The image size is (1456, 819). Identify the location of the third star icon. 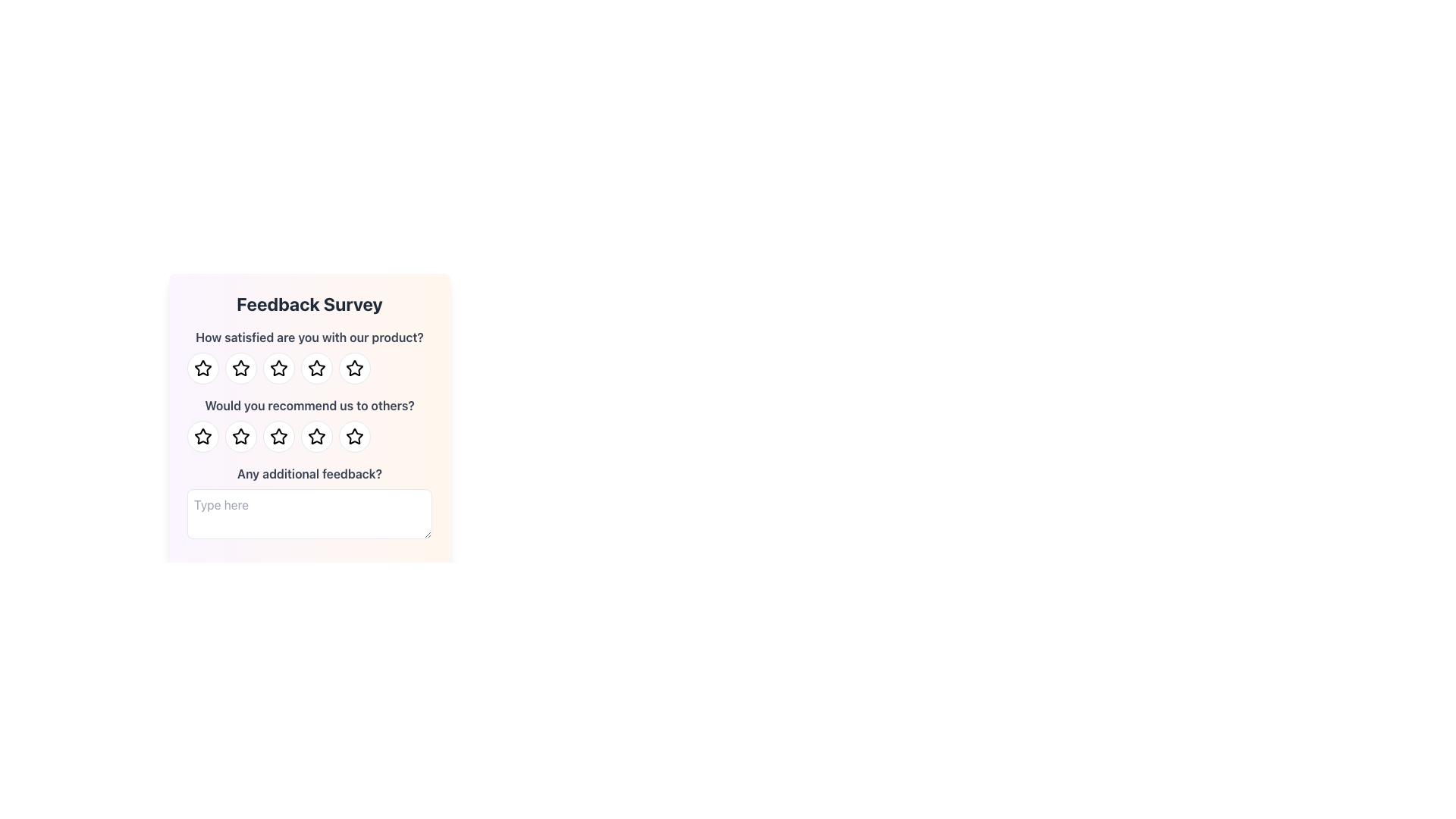
(279, 436).